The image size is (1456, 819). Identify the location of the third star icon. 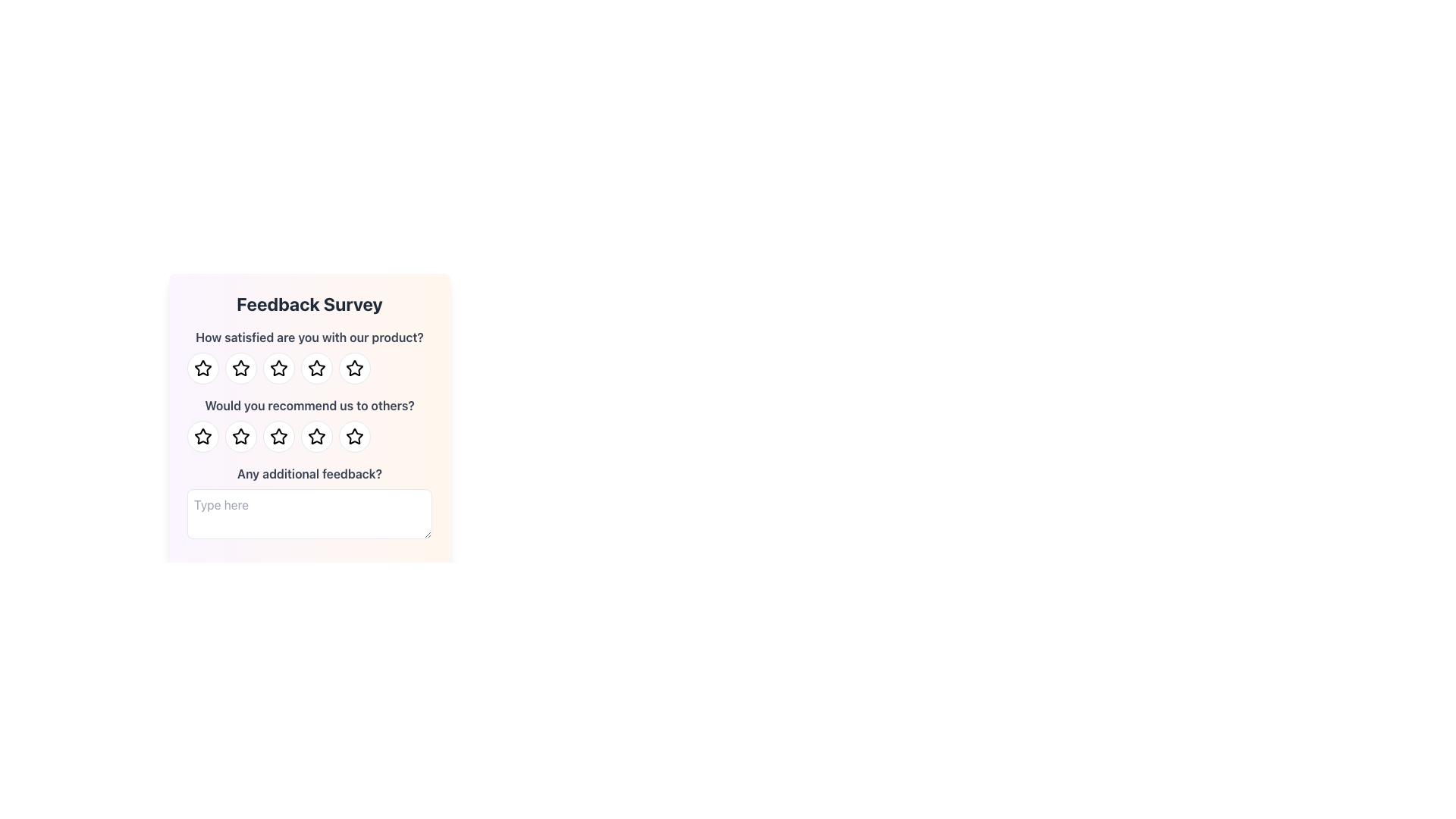
(279, 436).